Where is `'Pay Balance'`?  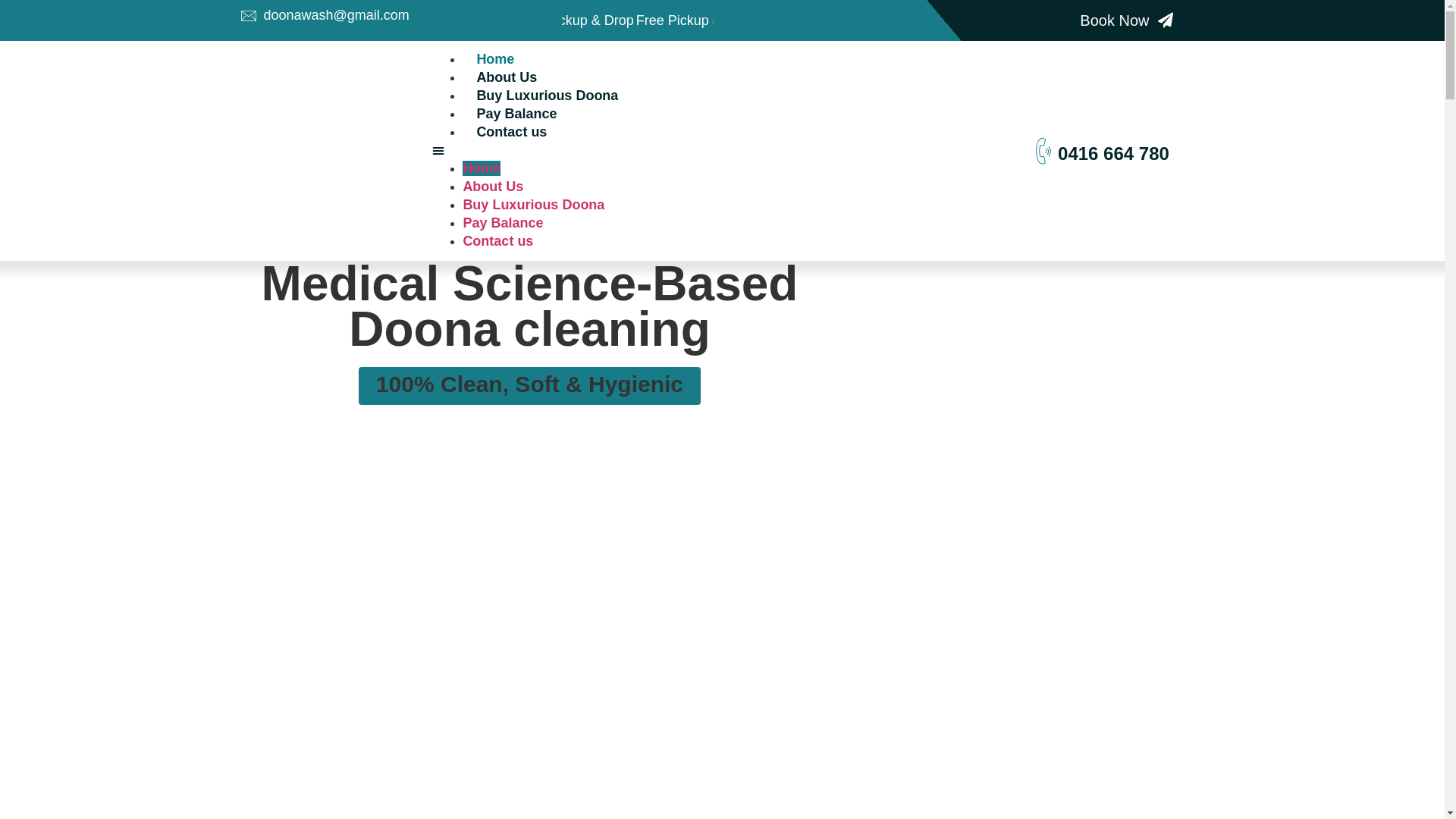
'Pay Balance' is located at coordinates (516, 113).